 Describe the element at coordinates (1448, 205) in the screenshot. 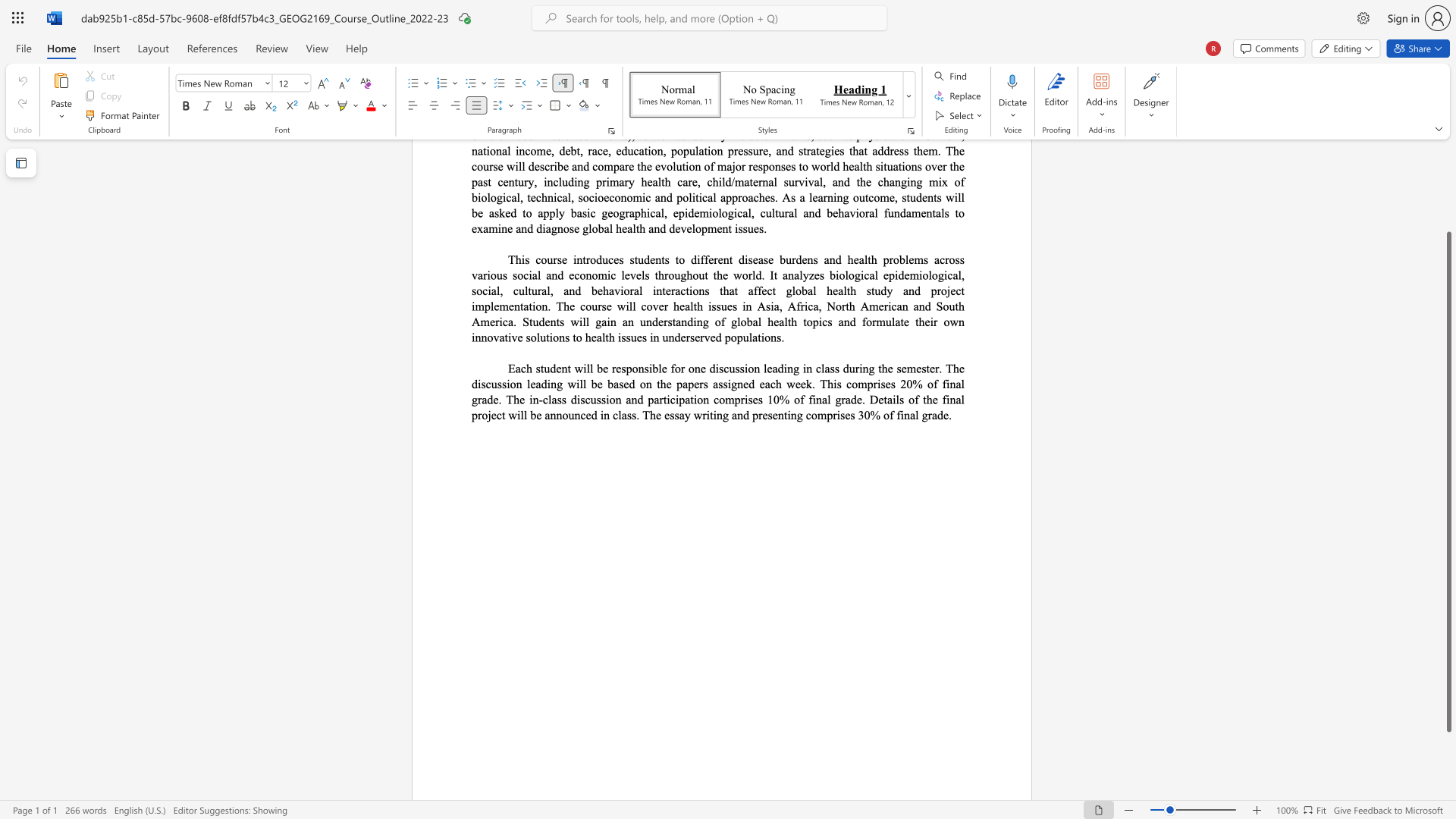

I see `the scrollbar to move the view up` at that location.